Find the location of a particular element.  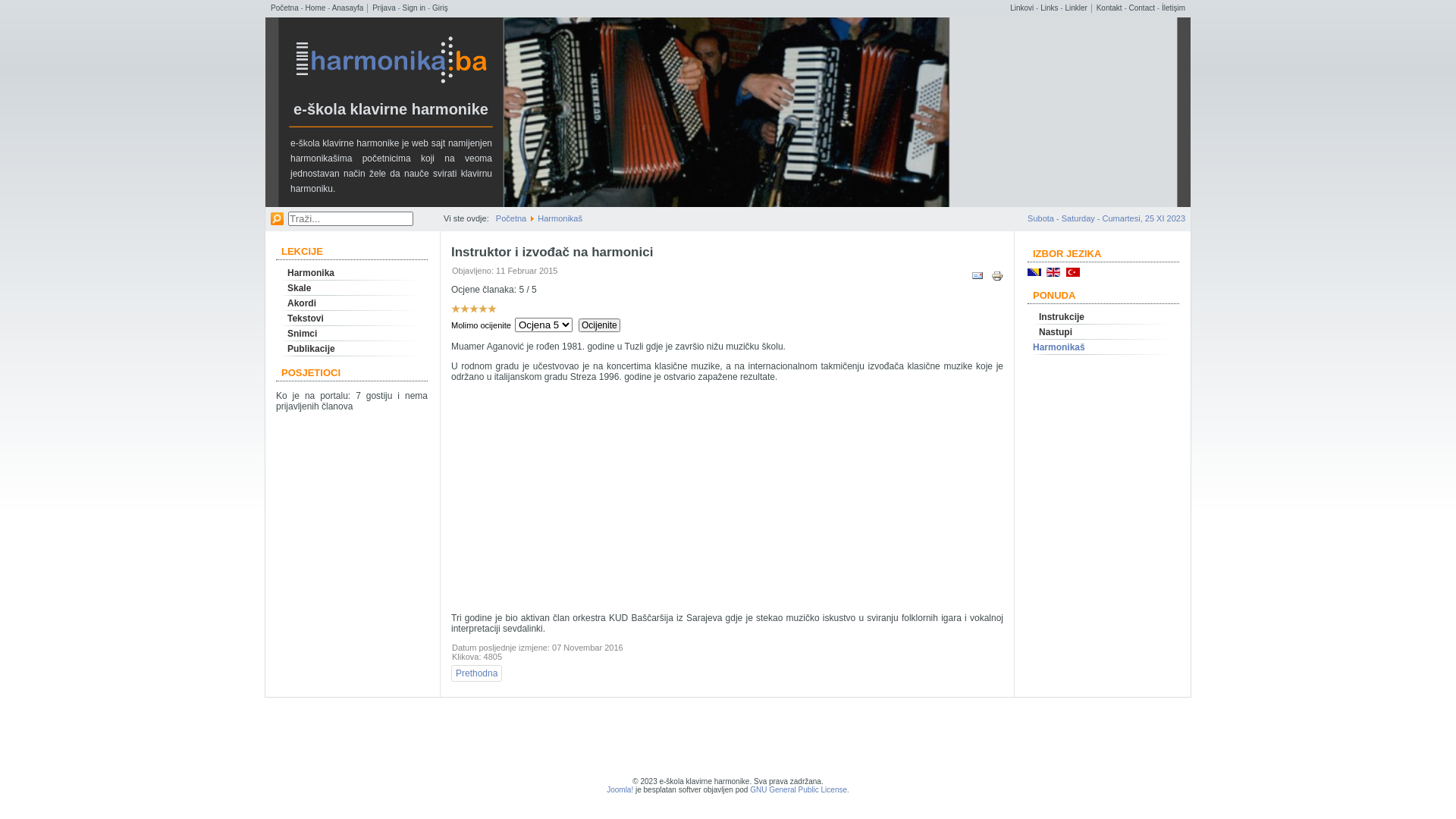

'Snimci' is located at coordinates (351, 332).